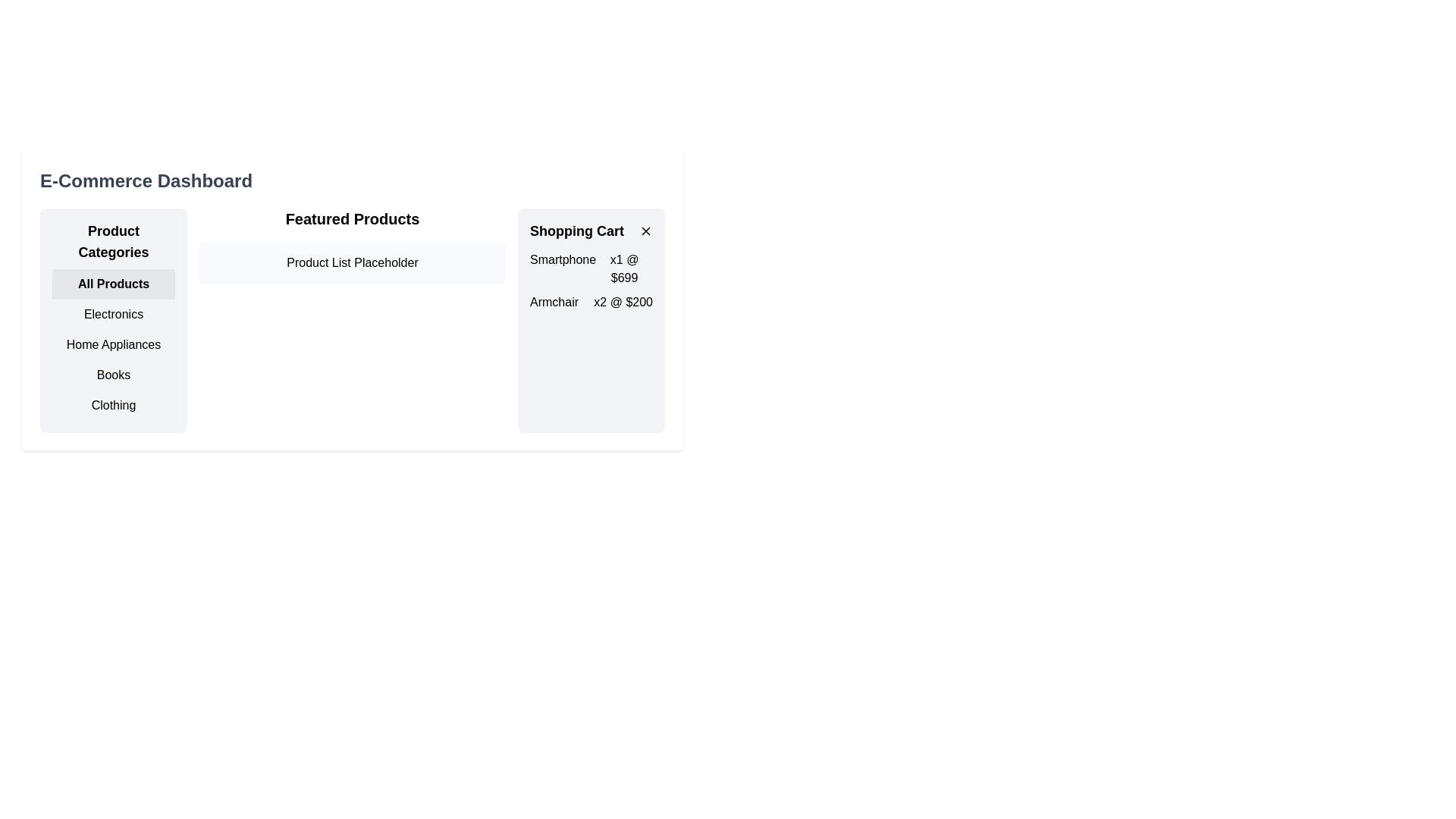 This screenshot has width=1456, height=819. I want to click on the static text display showing the details of the second shopping cart item, which includes its name, quantity, and total price, to select it, so click(590, 302).